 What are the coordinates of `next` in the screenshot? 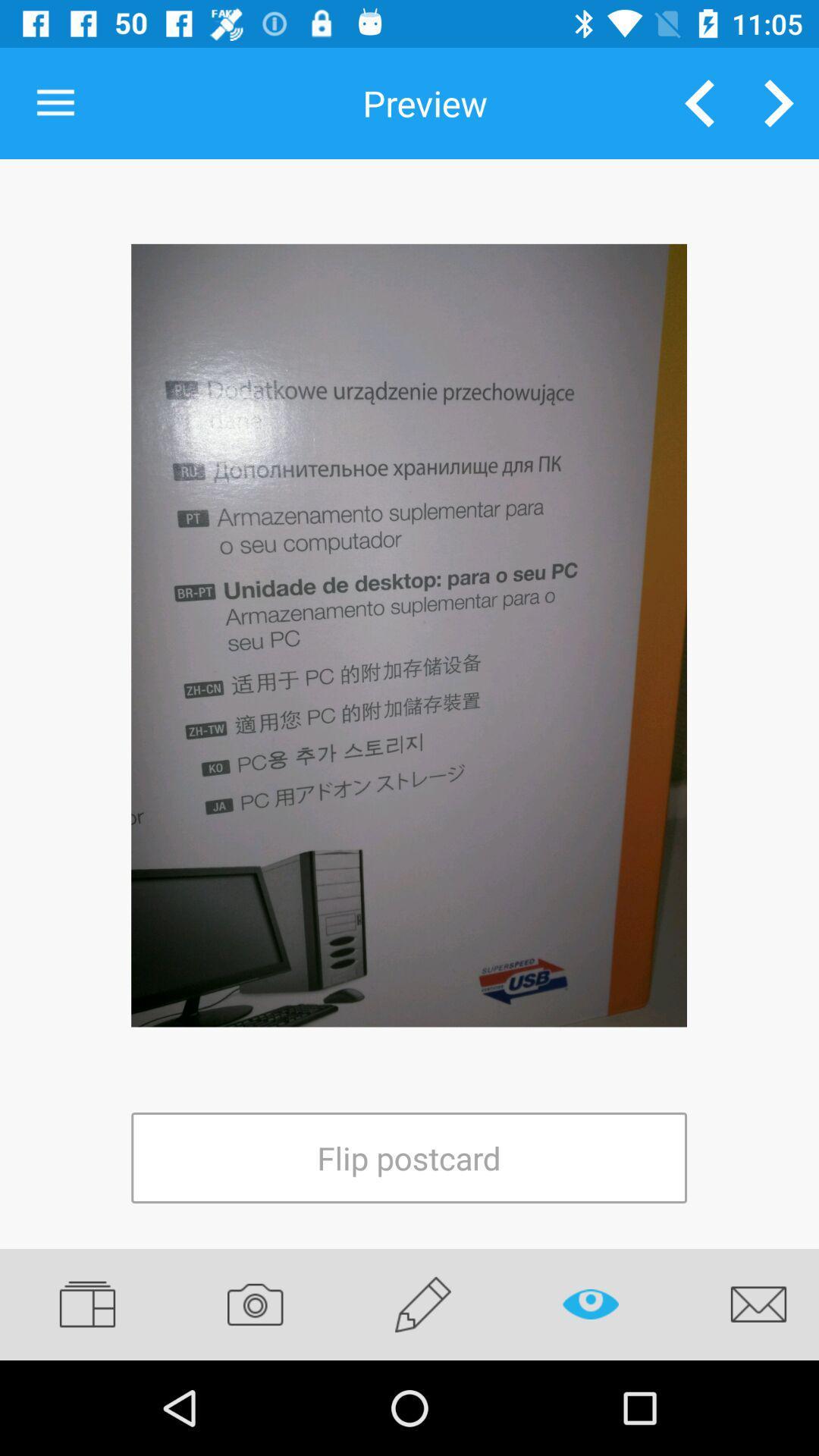 It's located at (779, 102).